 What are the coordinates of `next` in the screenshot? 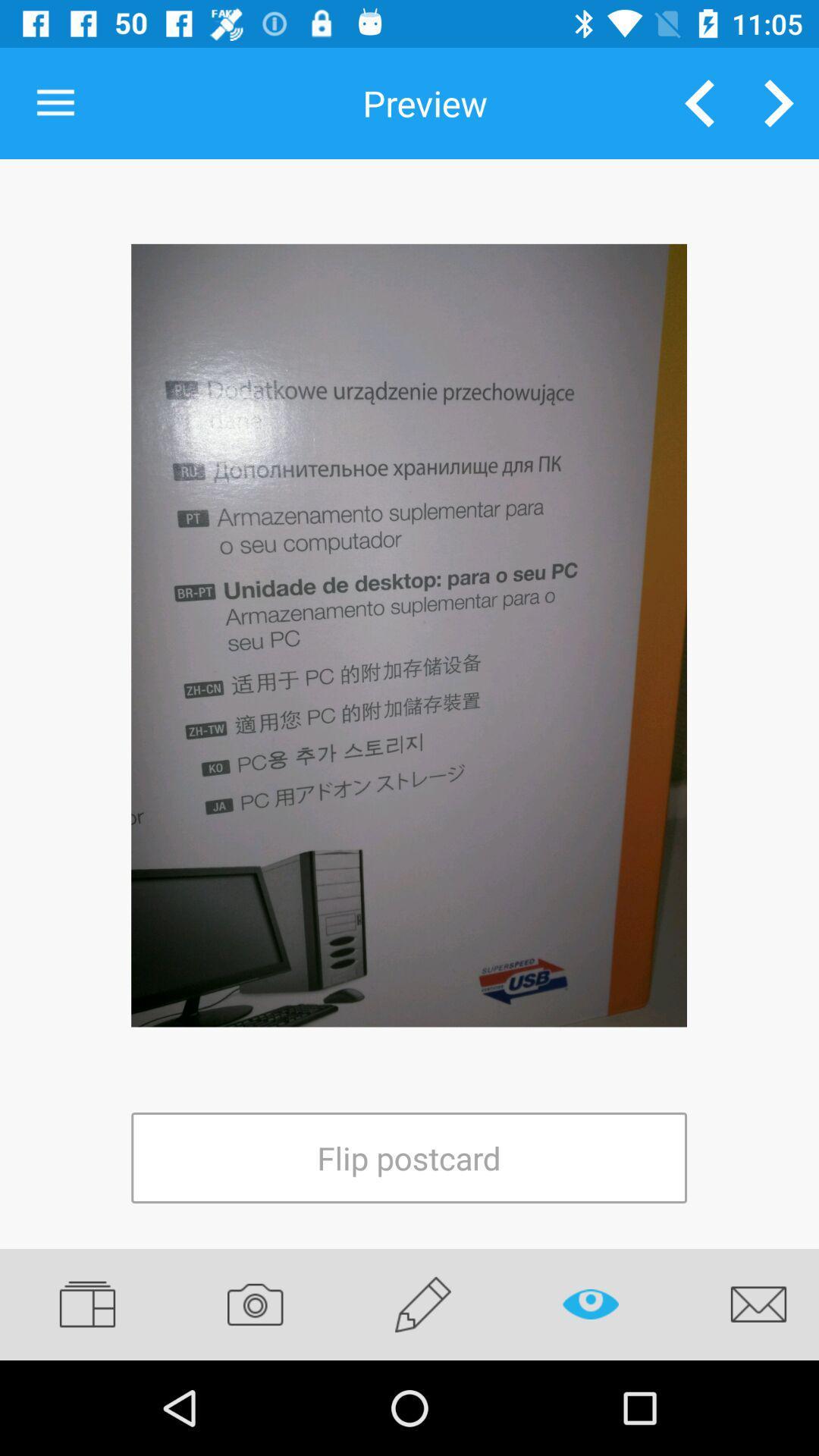 It's located at (779, 102).